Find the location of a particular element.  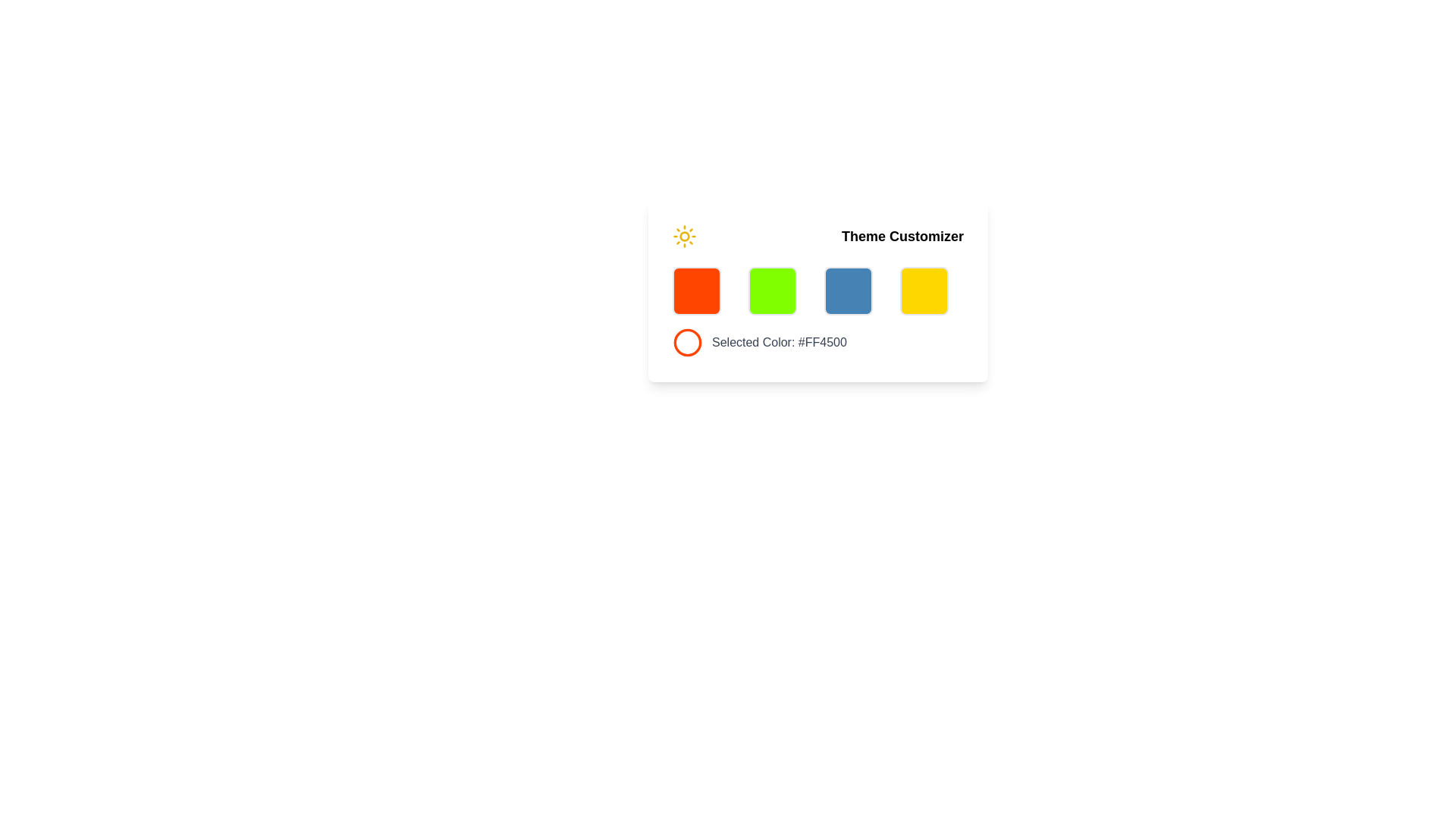

the blue square button with rounded corners located as the third element in a row of four, to trigger a visual response is located at coordinates (847, 291).